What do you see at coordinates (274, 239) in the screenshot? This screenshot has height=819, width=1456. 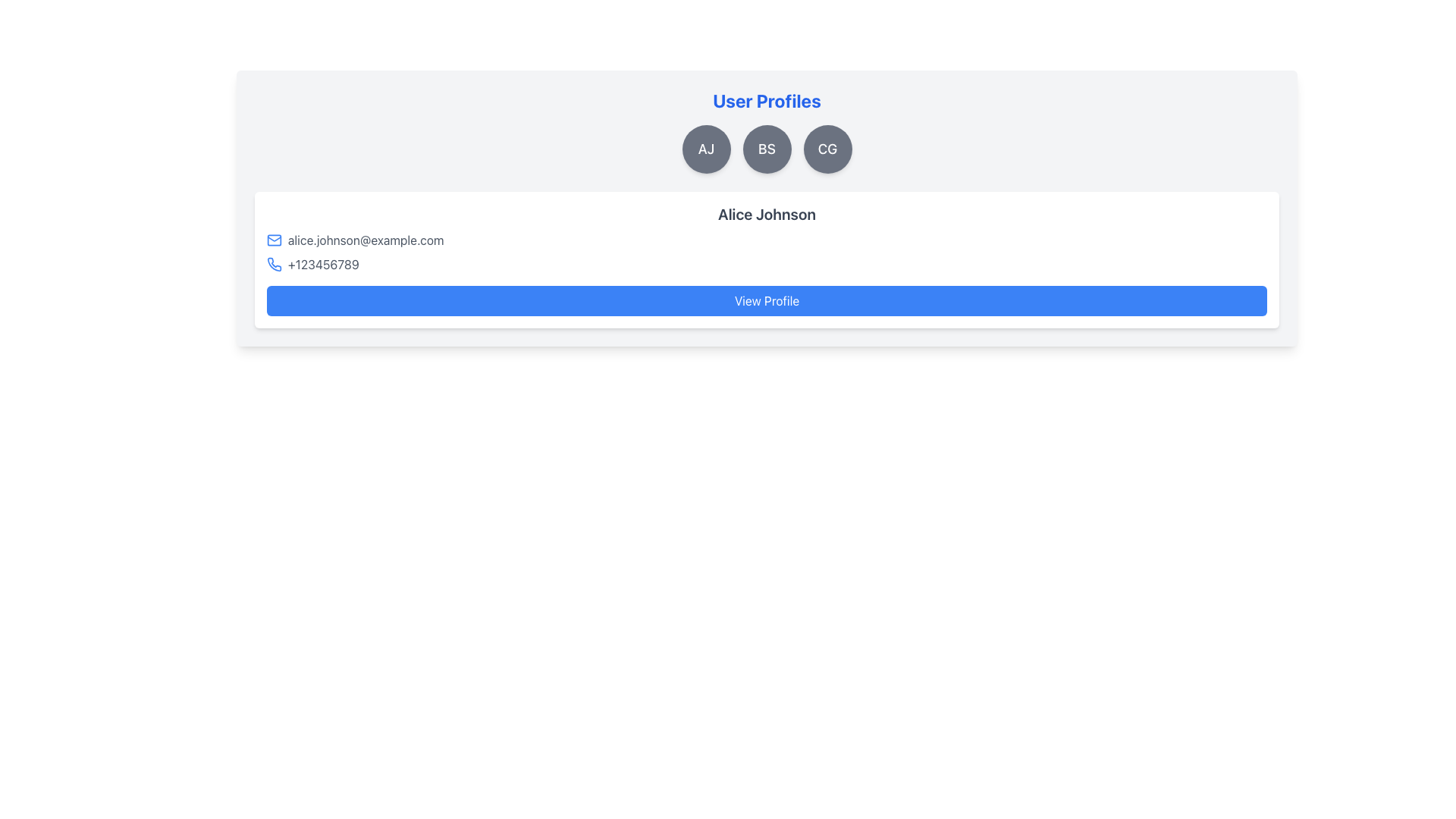 I see `the email address icon located to the left of the text 'alice.johnson@example.com' within the contact information elements` at bounding box center [274, 239].